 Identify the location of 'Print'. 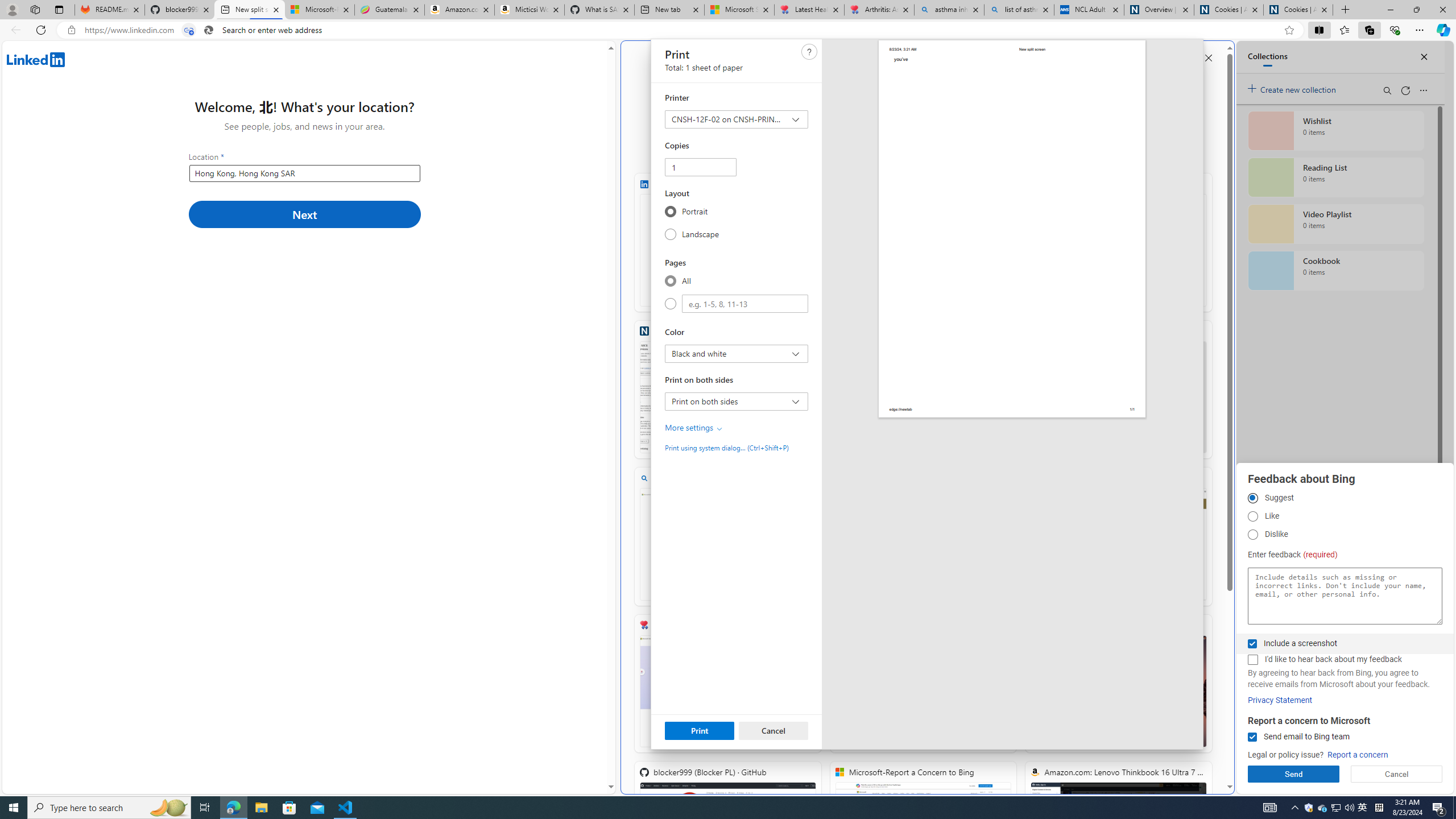
(700, 730).